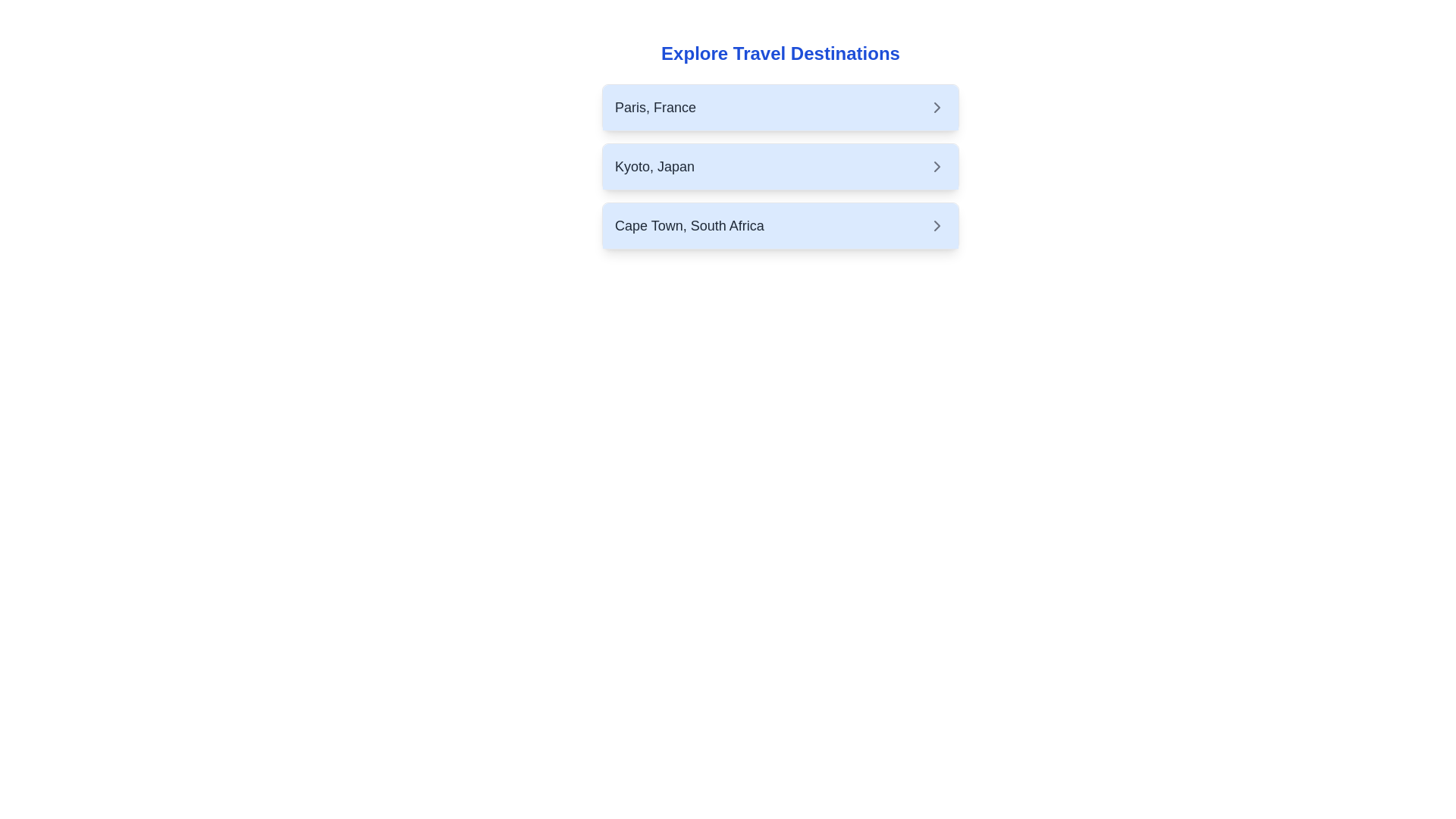 The height and width of the screenshot is (819, 1456). I want to click on the button labeled 'Kyoto, Japan', so click(780, 152).